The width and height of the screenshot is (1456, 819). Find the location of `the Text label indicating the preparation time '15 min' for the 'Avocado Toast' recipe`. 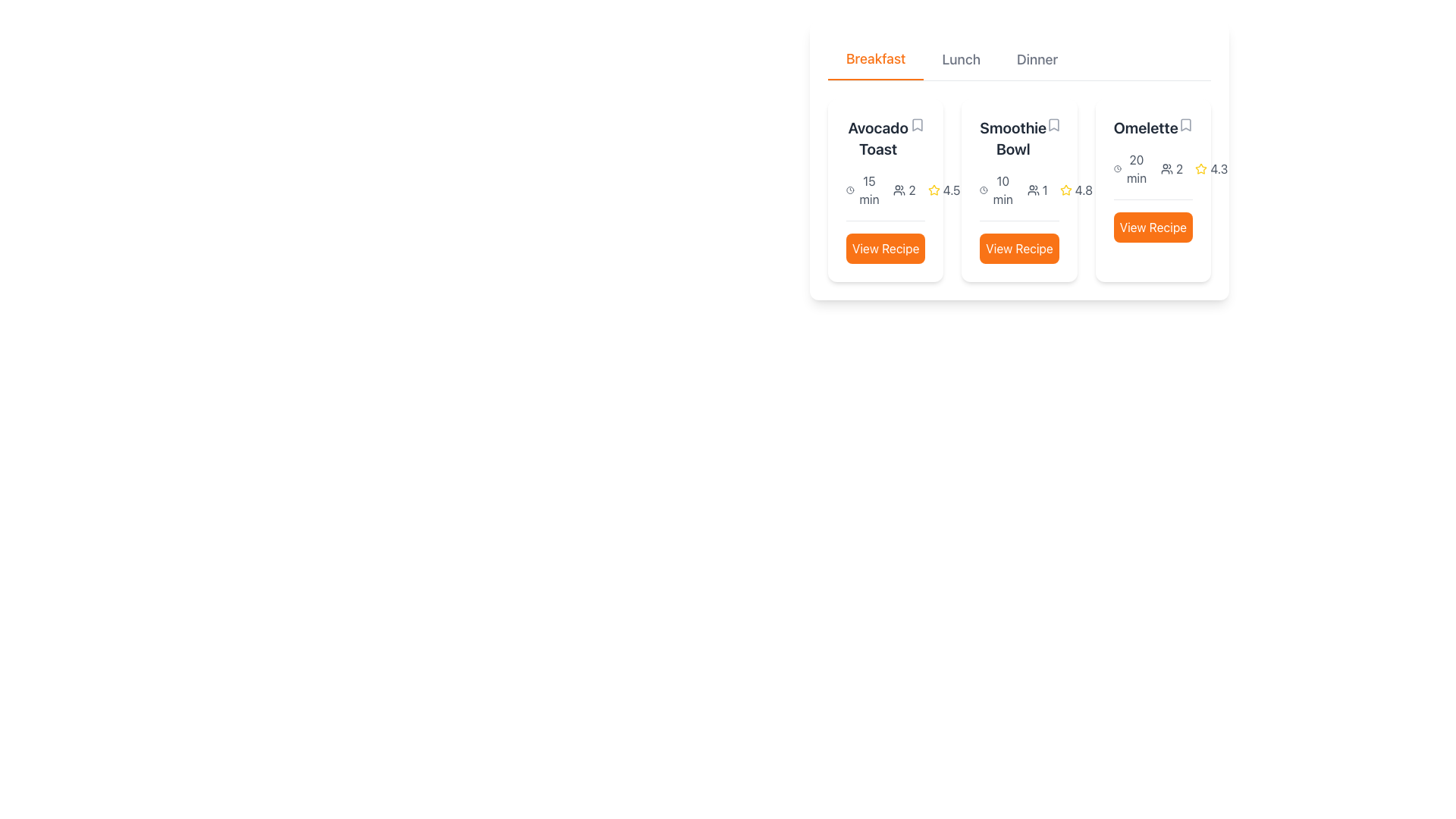

the Text label indicating the preparation time '15 min' for the 'Avocado Toast' recipe is located at coordinates (869, 189).